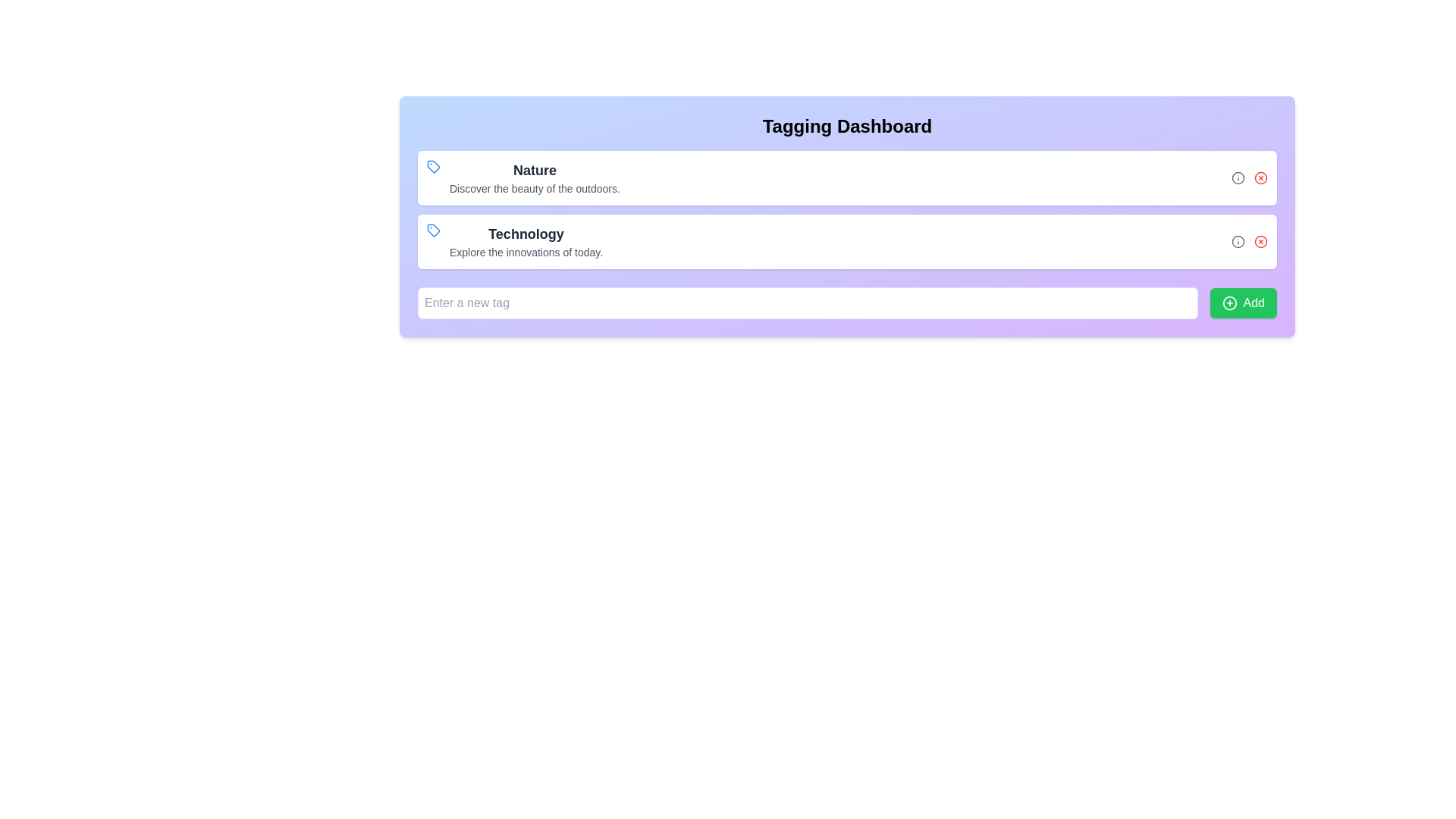 The width and height of the screenshot is (1456, 819). I want to click on the tag icon located, so click(432, 166).